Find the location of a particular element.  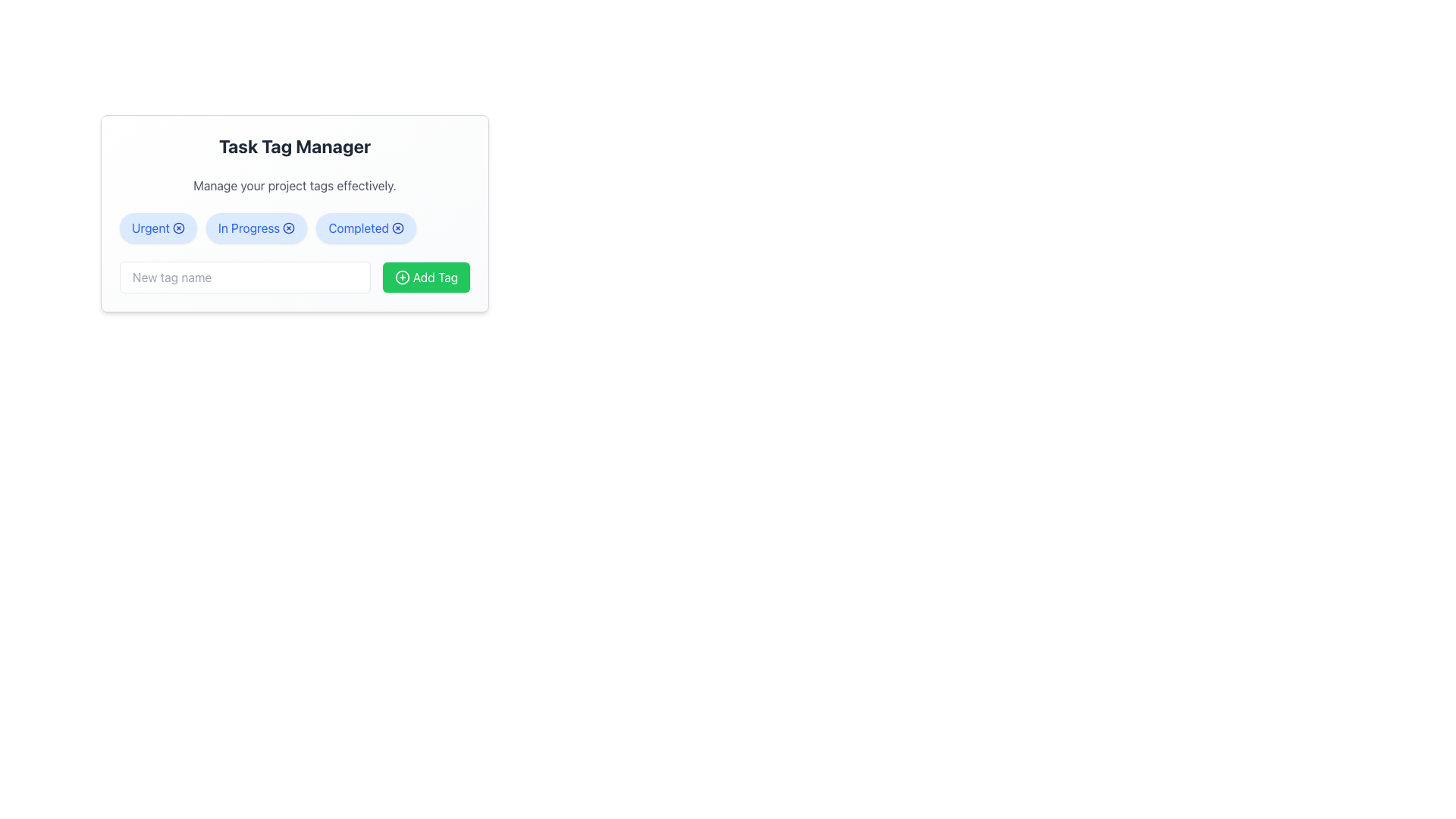

the circular icon with a plus sign inside, located within the green button labeled 'Add Tag' is located at coordinates (402, 278).